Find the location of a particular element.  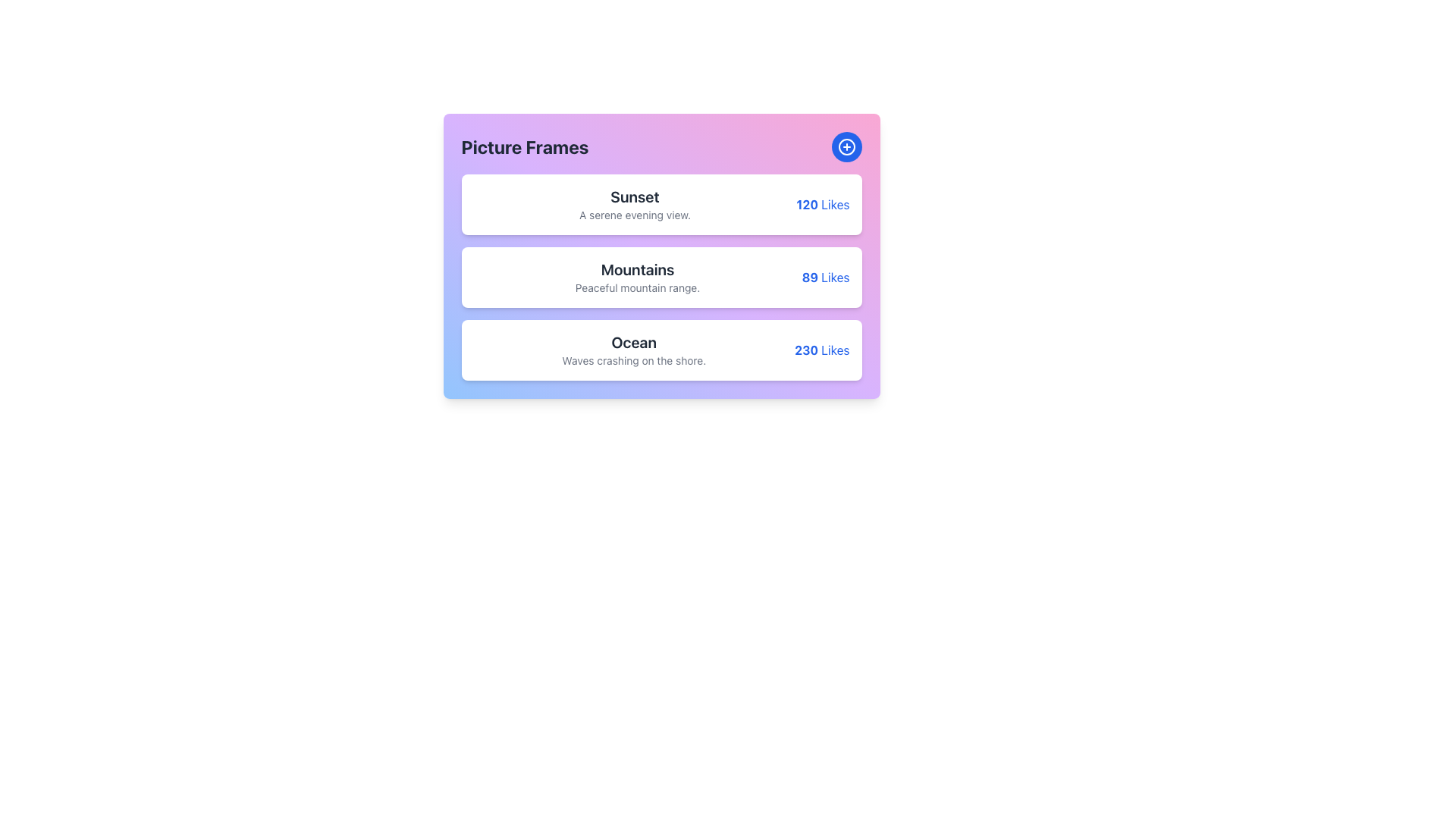

numerical value '230' displayed in bold blue font, part of the 'Picture Frames' component, located to the right of 'Ocean' and adjacent to 'Likes' is located at coordinates (805, 350).